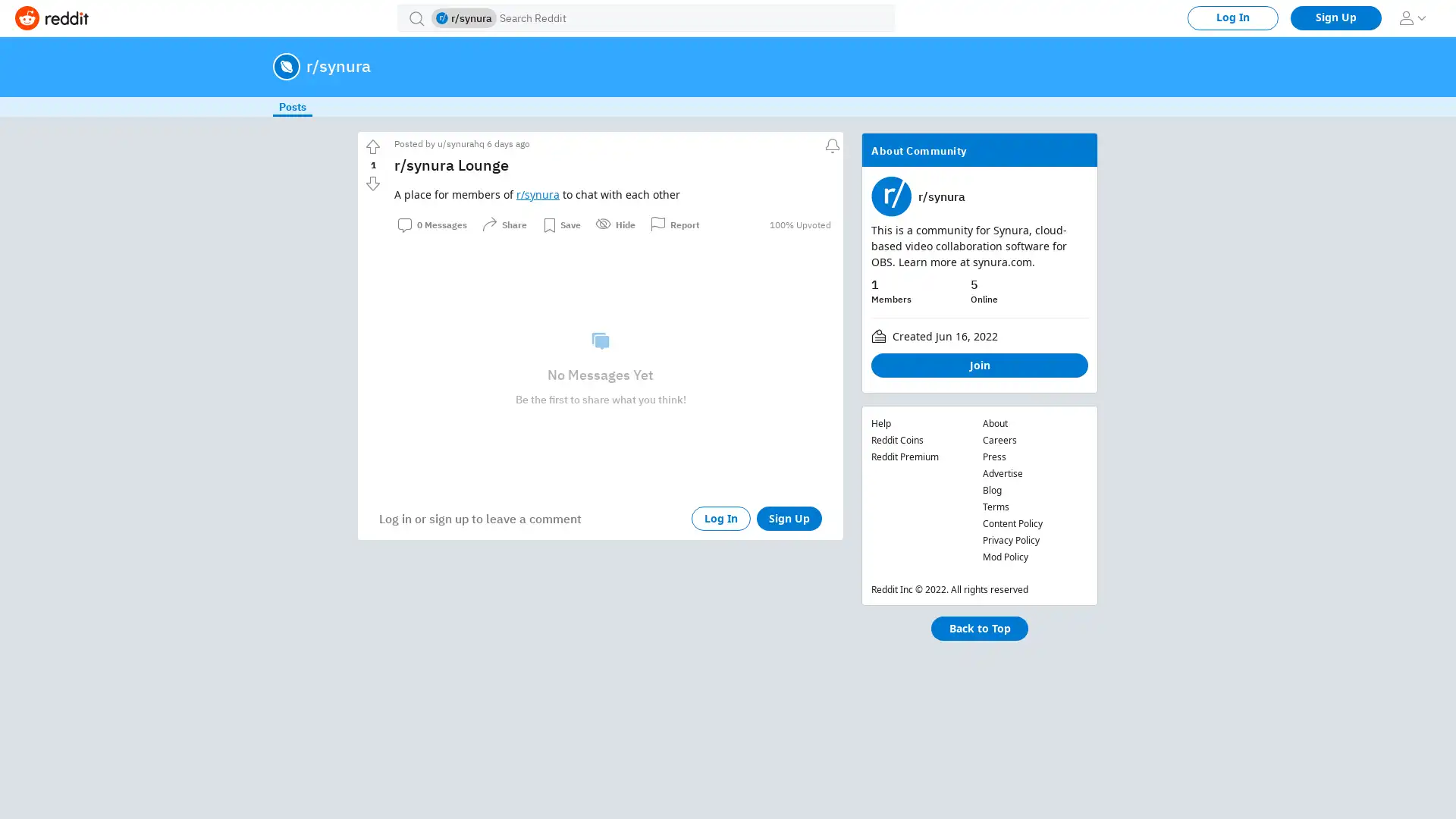 The height and width of the screenshot is (819, 1456). I want to click on Log In, so click(1233, 17).